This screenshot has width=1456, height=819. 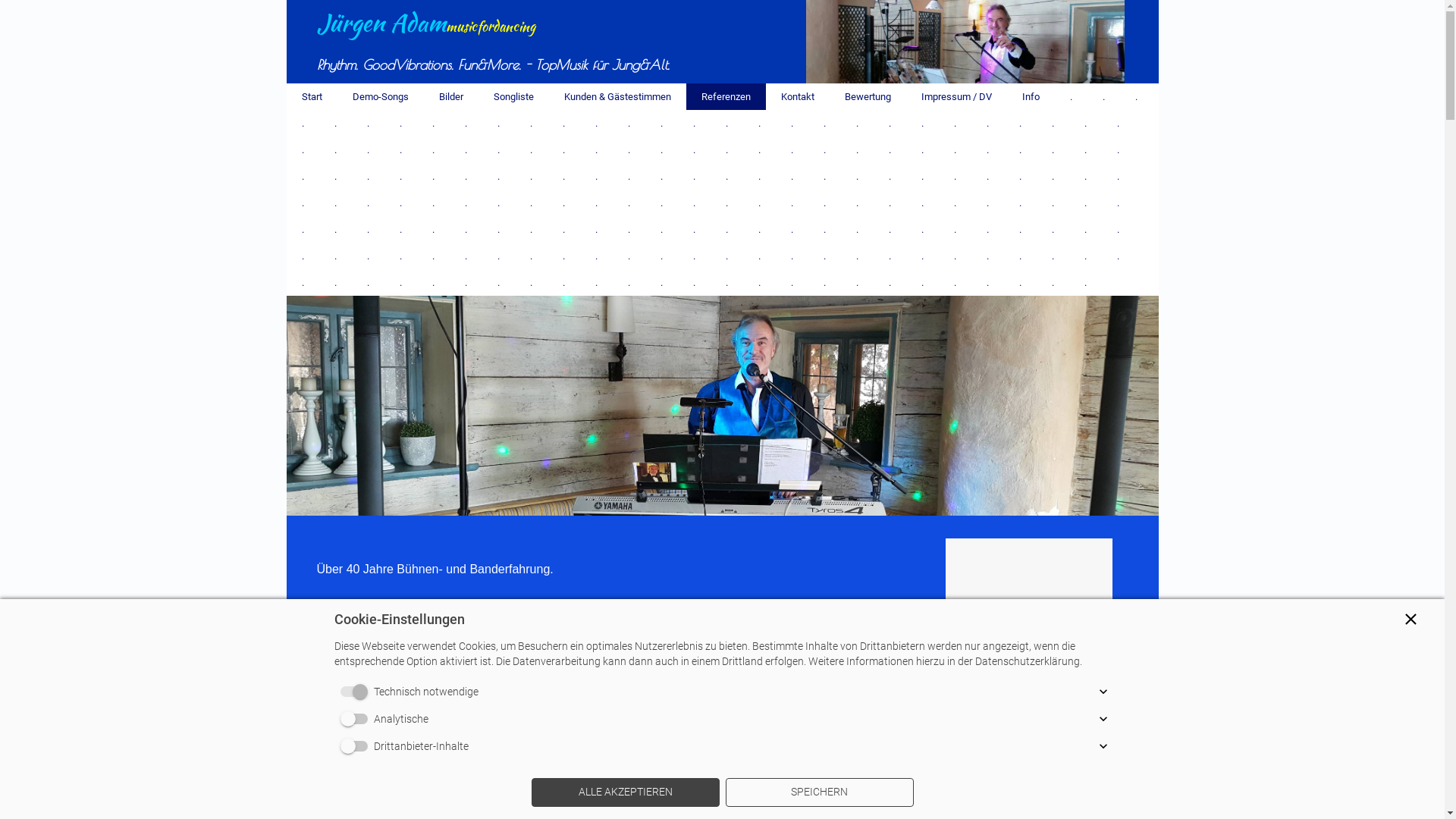 I want to click on 'Demo-Songs', so click(x=379, y=96).